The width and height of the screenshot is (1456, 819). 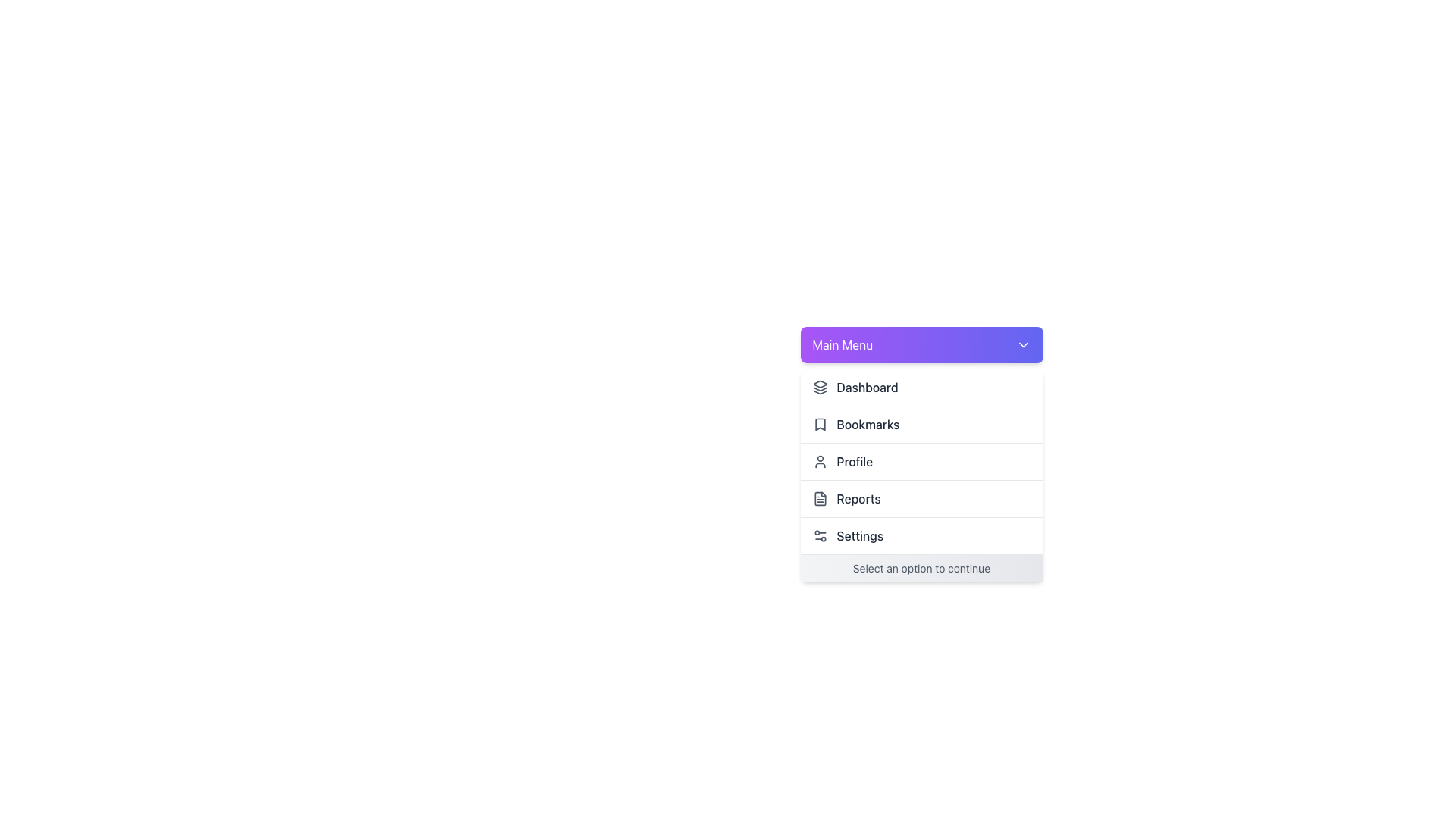 What do you see at coordinates (819, 535) in the screenshot?
I see `the 'Settings' icon, which is the leftmost icon in the 'Settings' option of the vertical menu within the dropdown labeled 'Main Menu'` at bounding box center [819, 535].